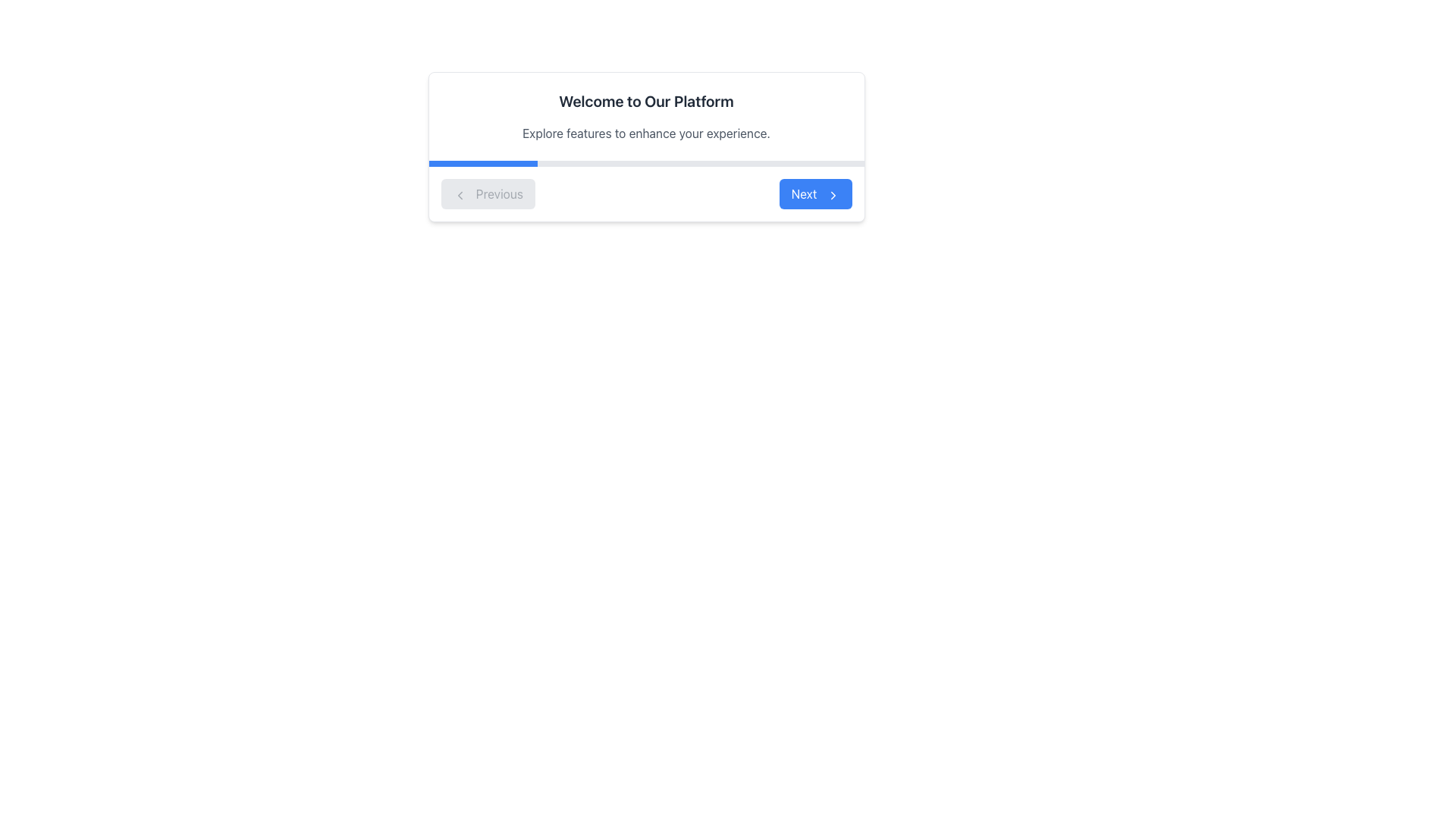 This screenshot has width=1456, height=819. Describe the element at coordinates (832, 194) in the screenshot. I see `the chevron-shaped icon with a blue background, located to the right of the 'Next' text on the button` at that location.